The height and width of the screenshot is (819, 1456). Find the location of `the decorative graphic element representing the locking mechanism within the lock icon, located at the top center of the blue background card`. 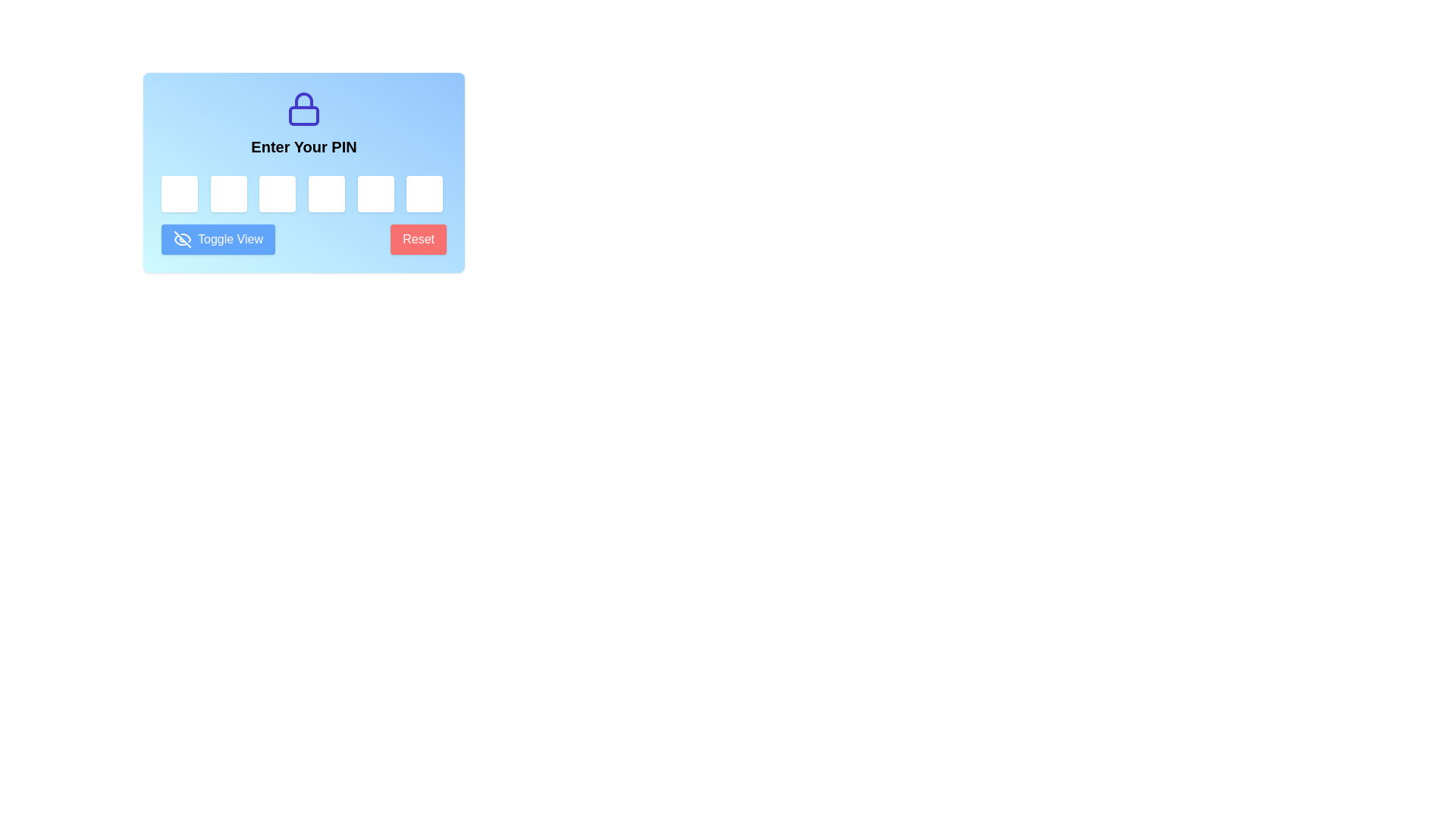

the decorative graphic element representing the locking mechanism within the lock icon, located at the top center of the blue background card is located at coordinates (303, 115).